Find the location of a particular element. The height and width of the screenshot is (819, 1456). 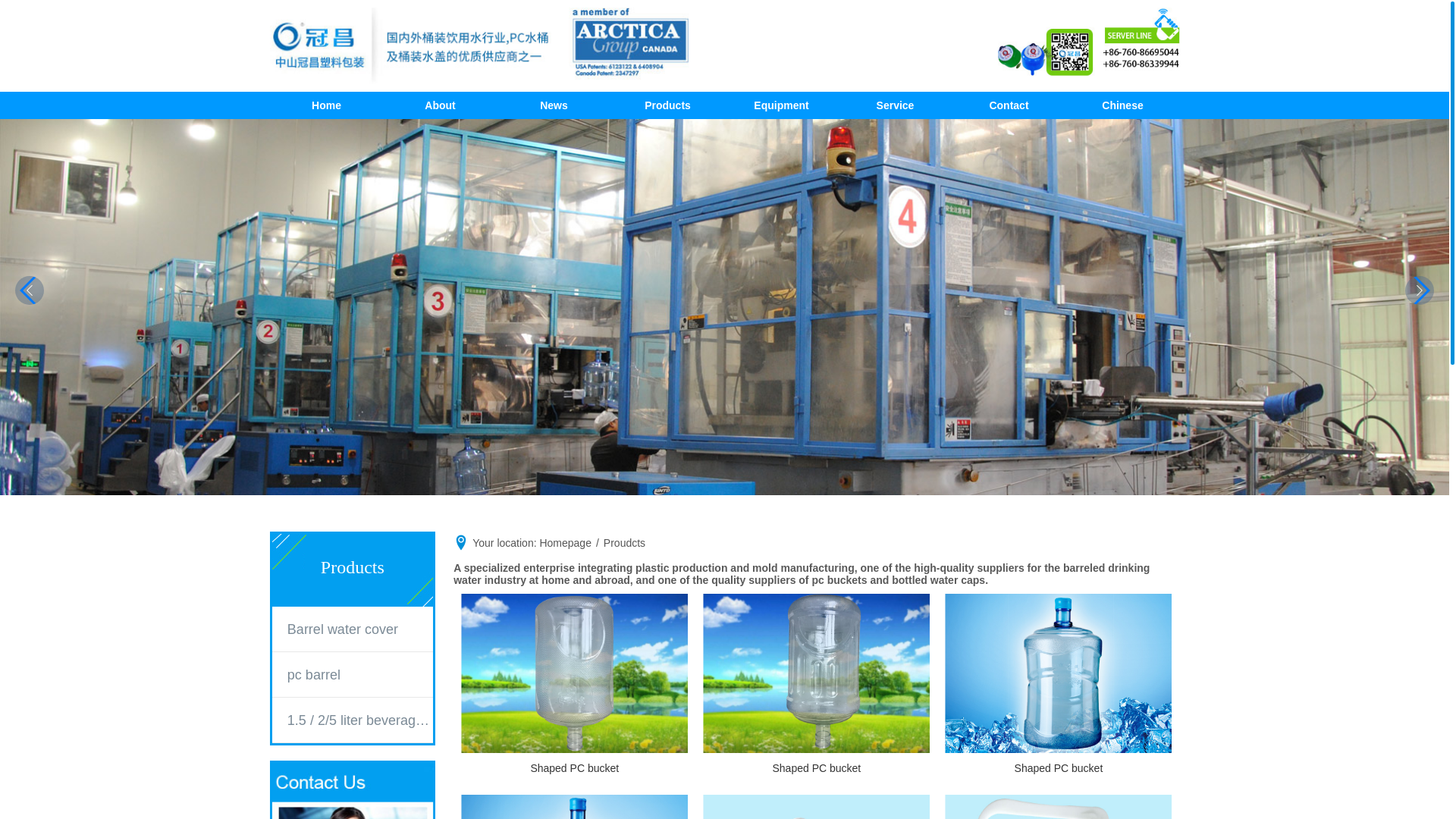

'About' is located at coordinates (439, 104).